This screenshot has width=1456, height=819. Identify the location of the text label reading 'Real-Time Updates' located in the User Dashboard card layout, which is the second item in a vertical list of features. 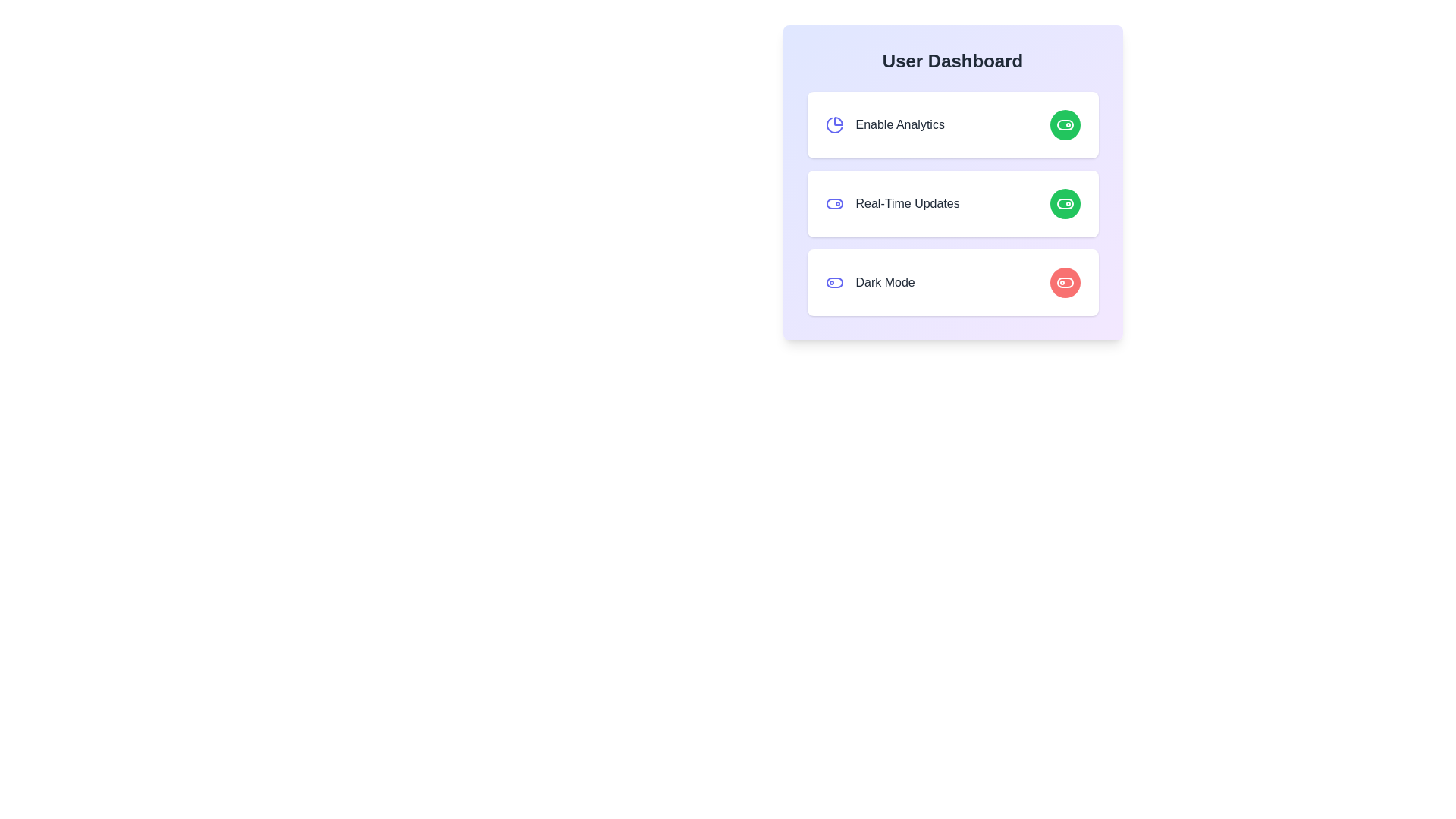
(908, 203).